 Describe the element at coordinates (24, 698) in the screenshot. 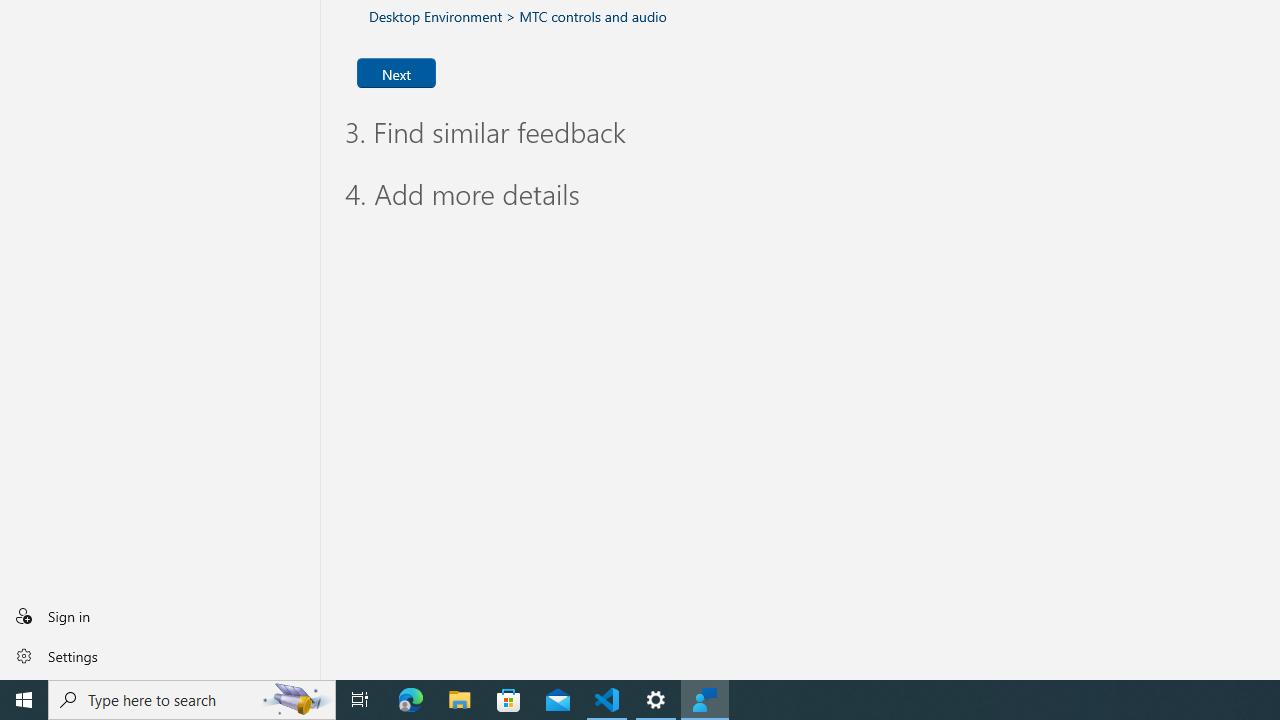

I see `'Start'` at that location.